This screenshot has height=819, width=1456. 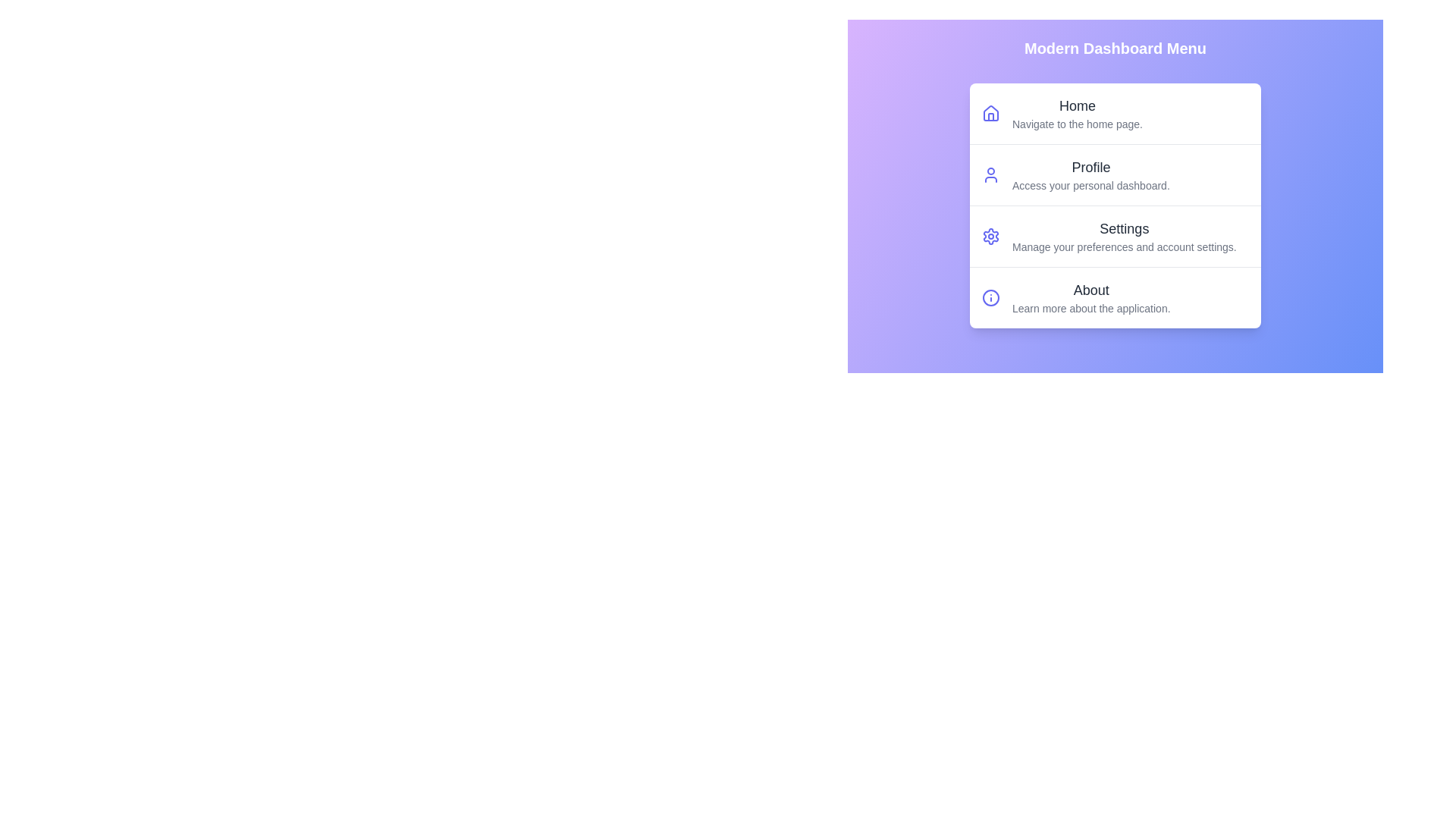 I want to click on the menu item corresponding to Profile, so click(x=1115, y=174).